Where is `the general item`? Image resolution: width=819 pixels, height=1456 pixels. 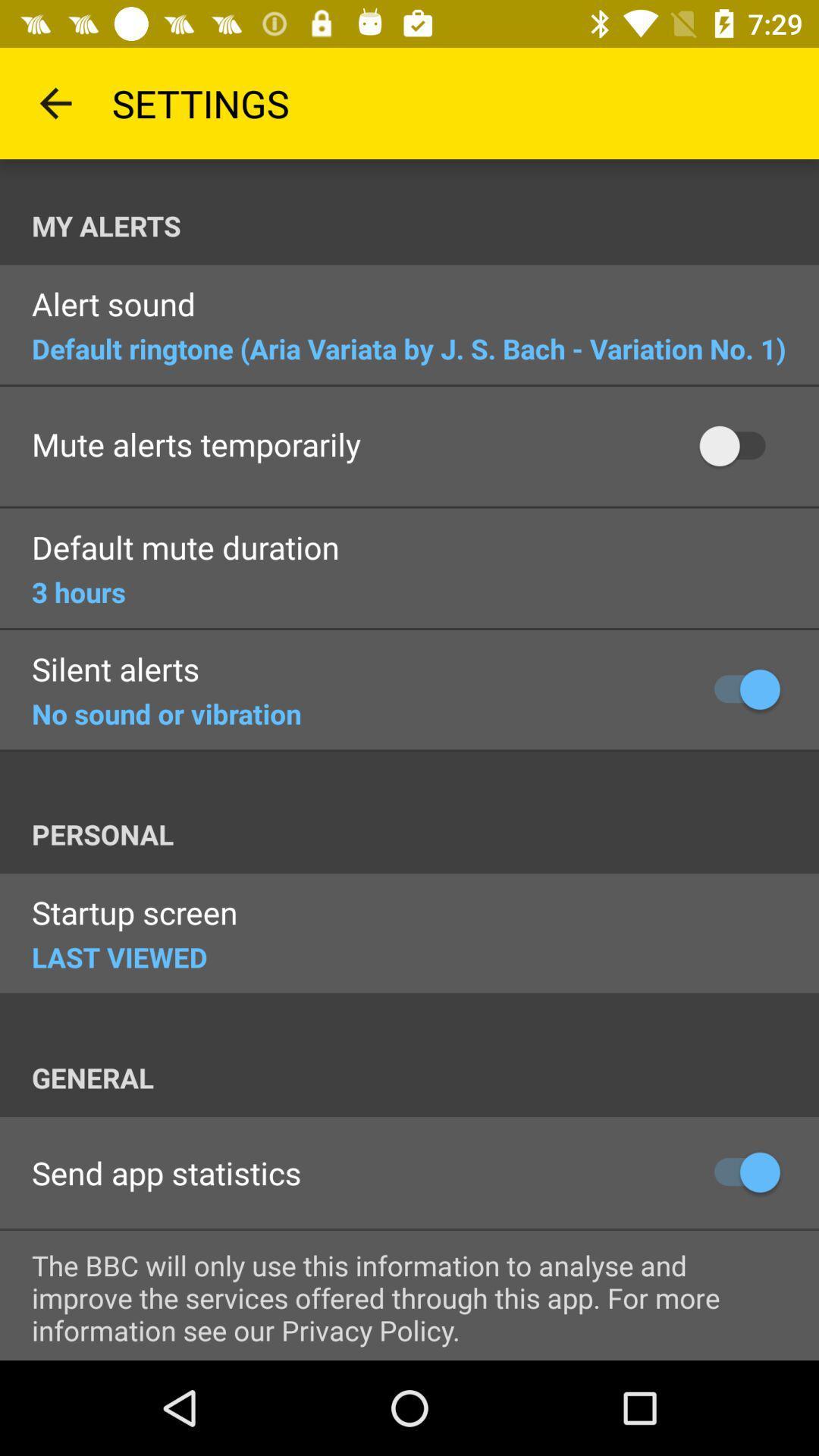 the general item is located at coordinates (425, 1077).